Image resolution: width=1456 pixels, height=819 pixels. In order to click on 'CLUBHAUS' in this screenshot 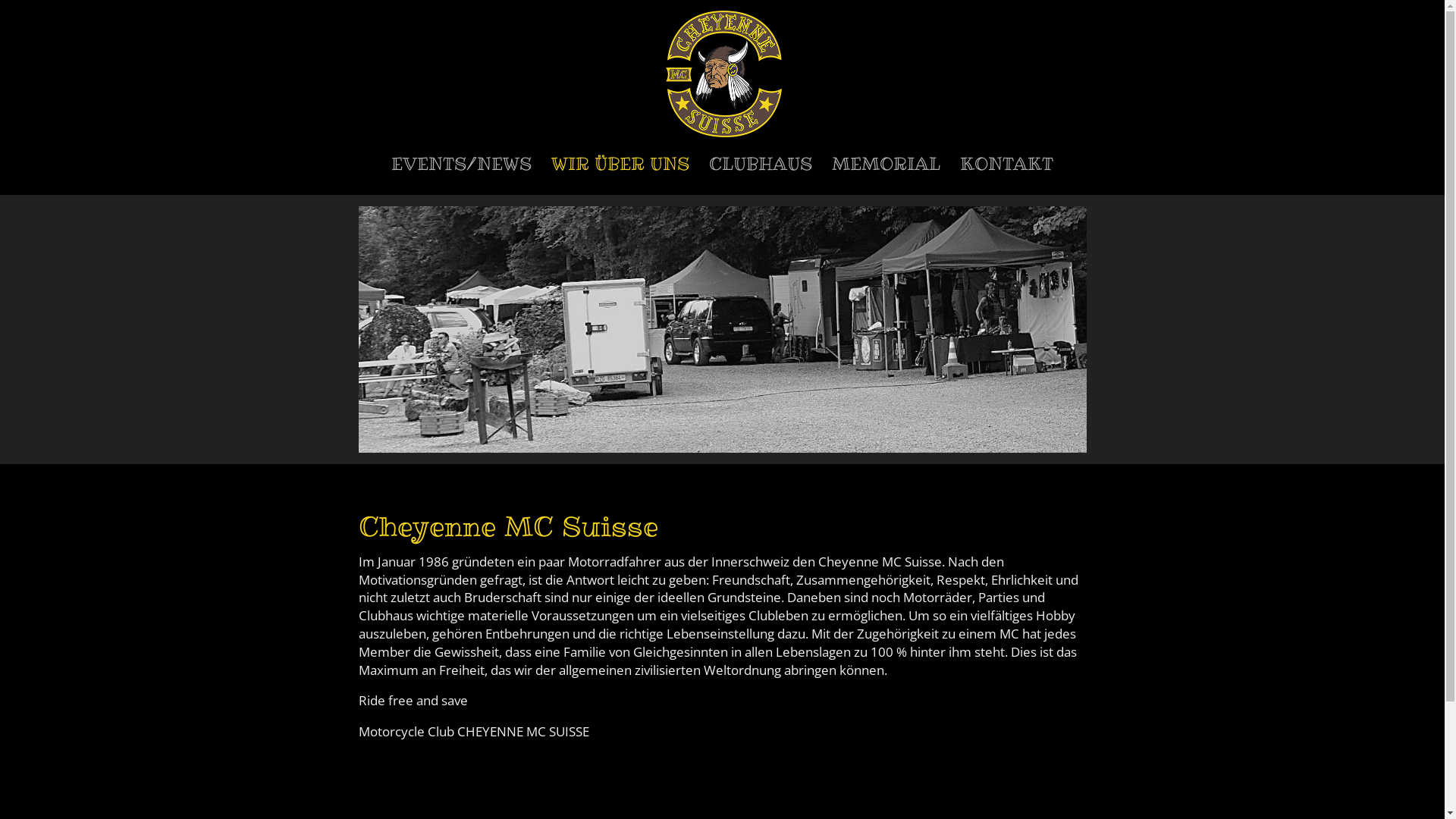, I will do `click(761, 175)`.